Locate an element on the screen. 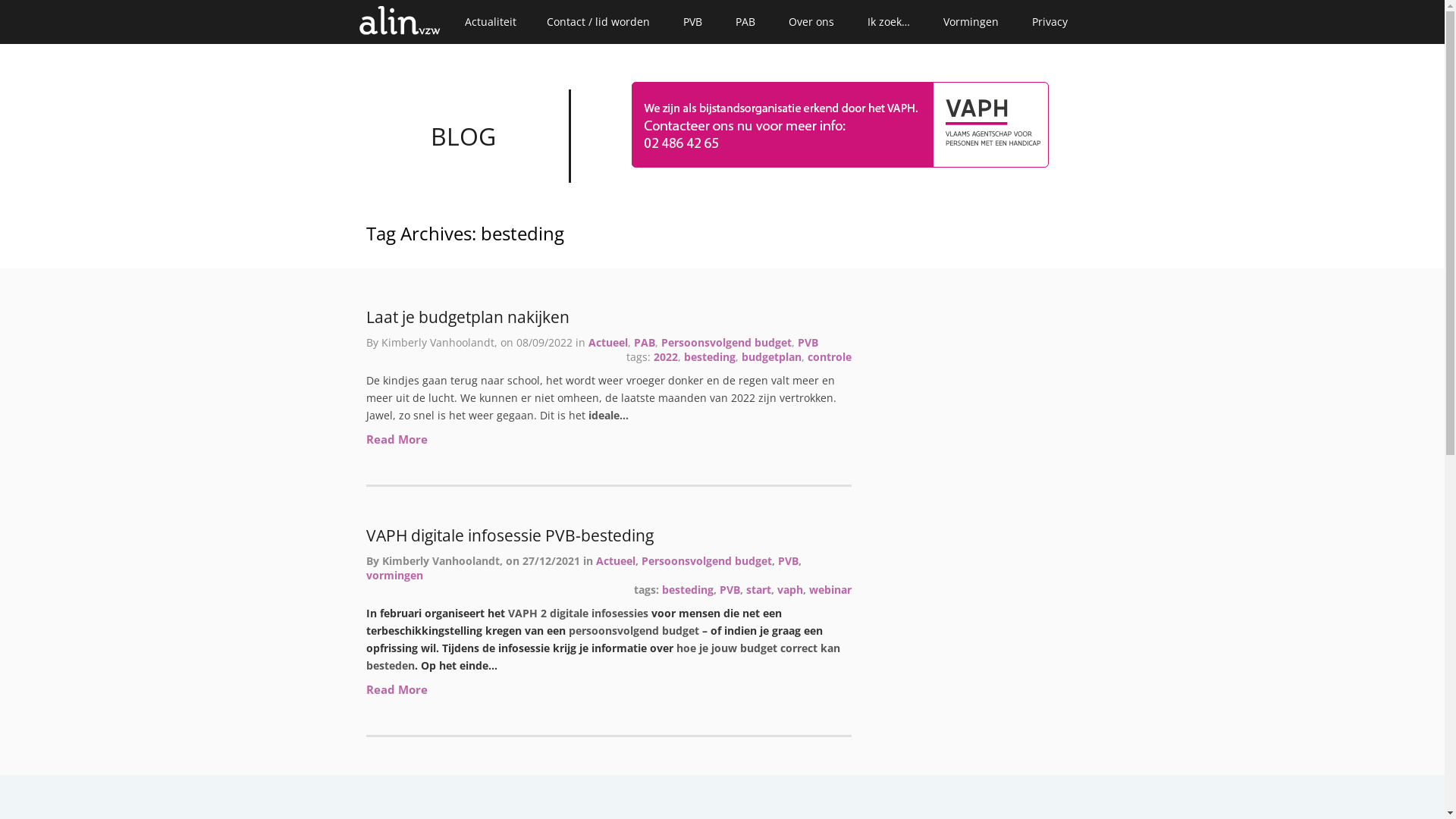  'webinar' is located at coordinates (829, 588).